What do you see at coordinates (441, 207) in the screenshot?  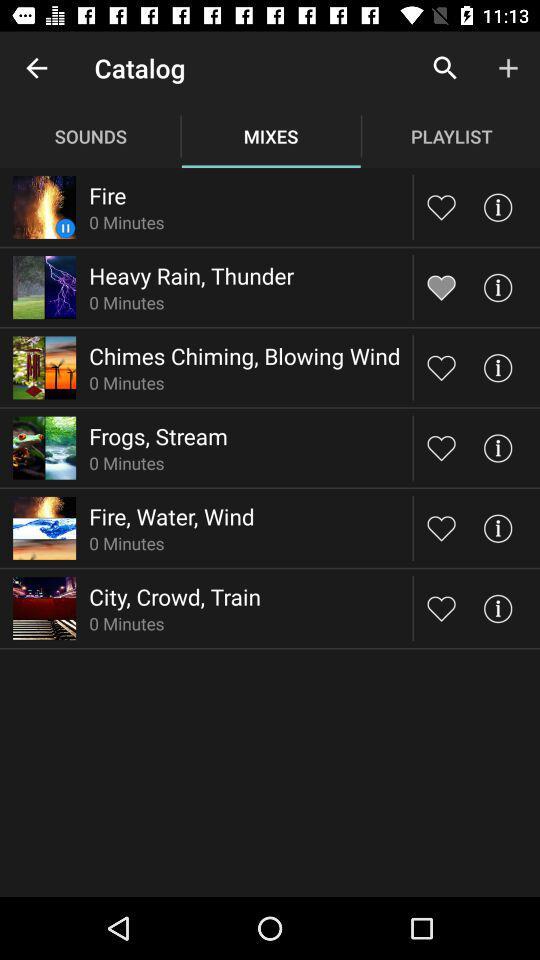 I see `to like a particular picture` at bounding box center [441, 207].